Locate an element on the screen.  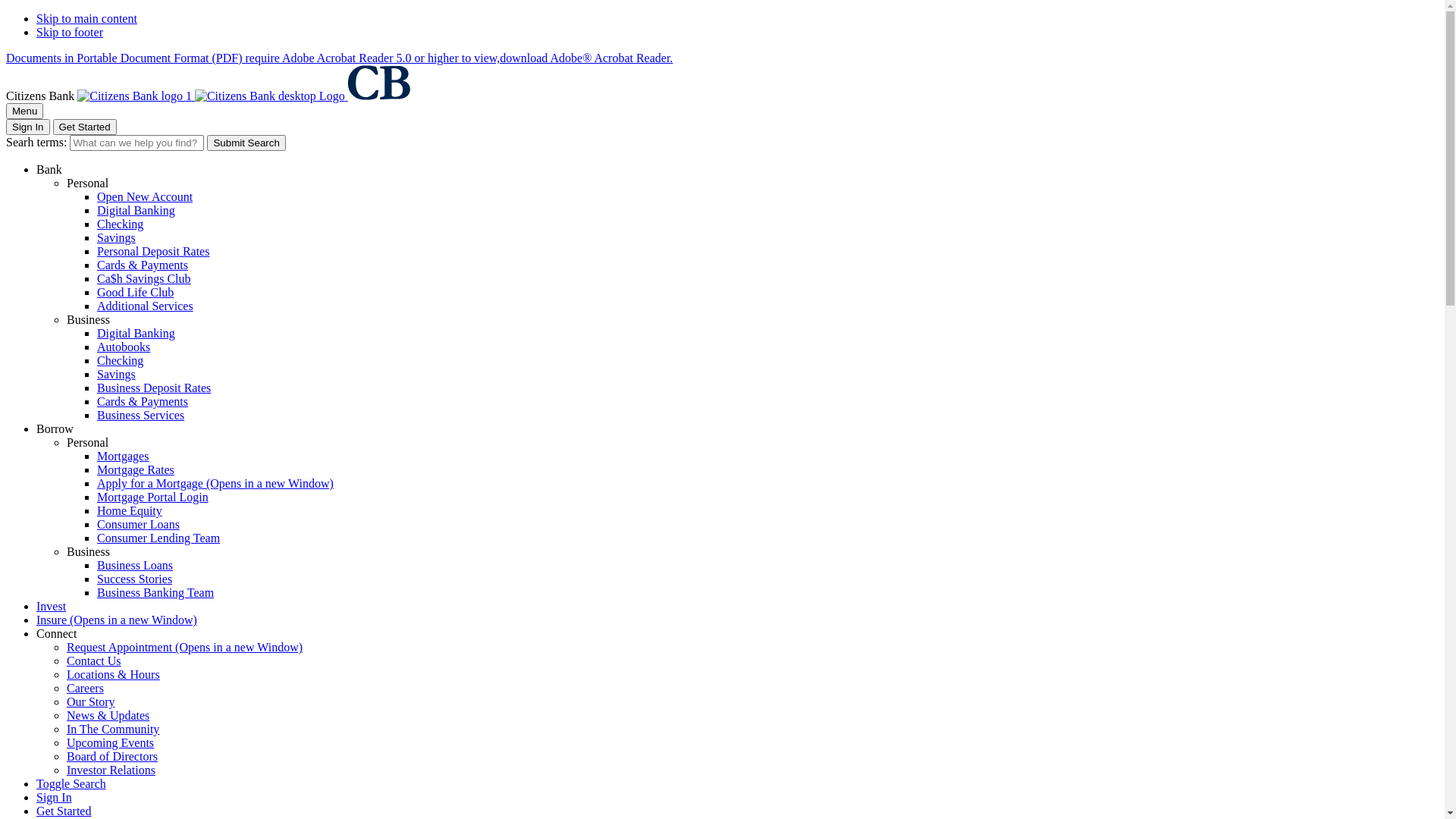
'Skip to footer' is located at coordinates (68, 32).